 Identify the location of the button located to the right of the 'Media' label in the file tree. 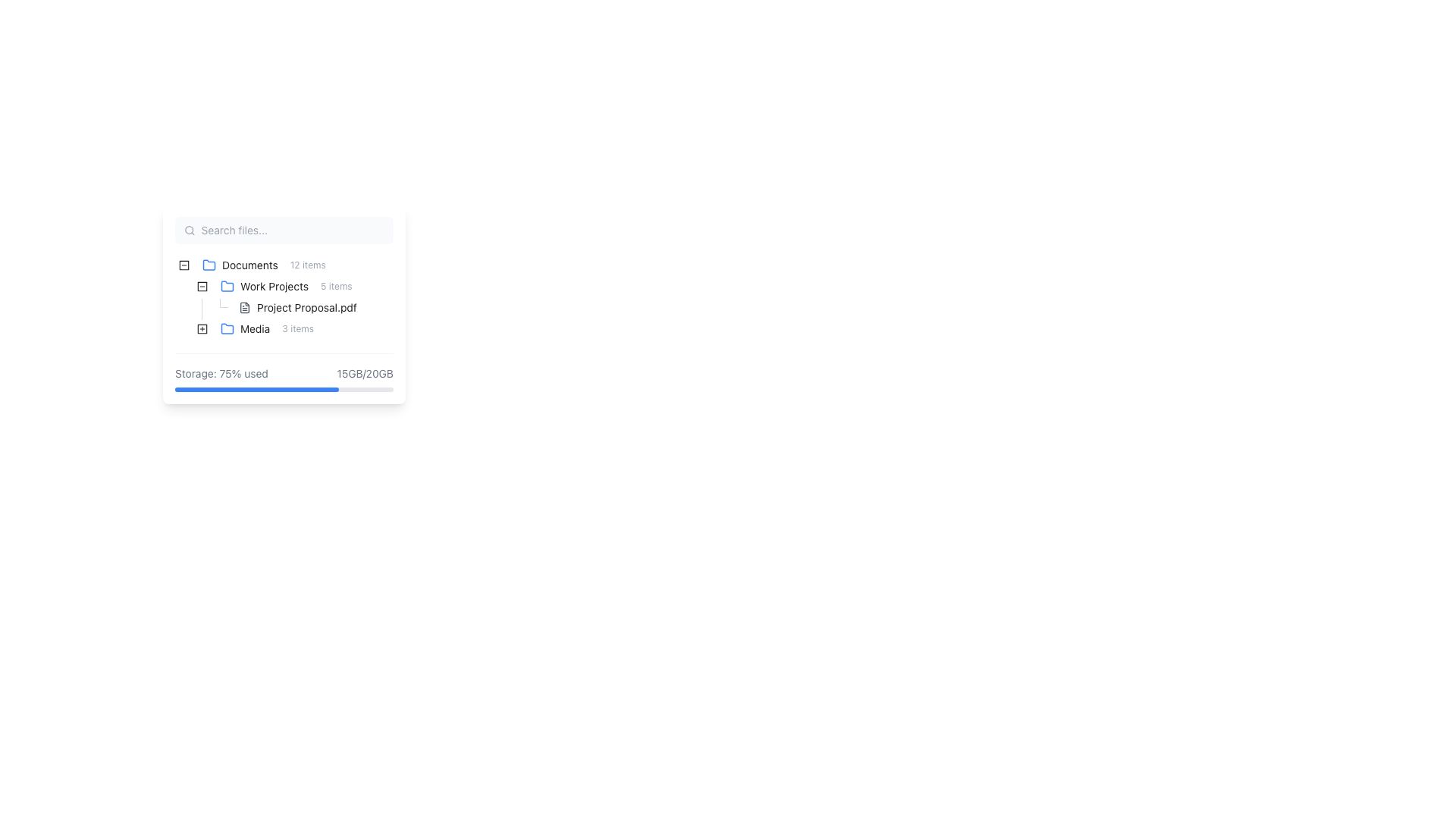
(202, 328).